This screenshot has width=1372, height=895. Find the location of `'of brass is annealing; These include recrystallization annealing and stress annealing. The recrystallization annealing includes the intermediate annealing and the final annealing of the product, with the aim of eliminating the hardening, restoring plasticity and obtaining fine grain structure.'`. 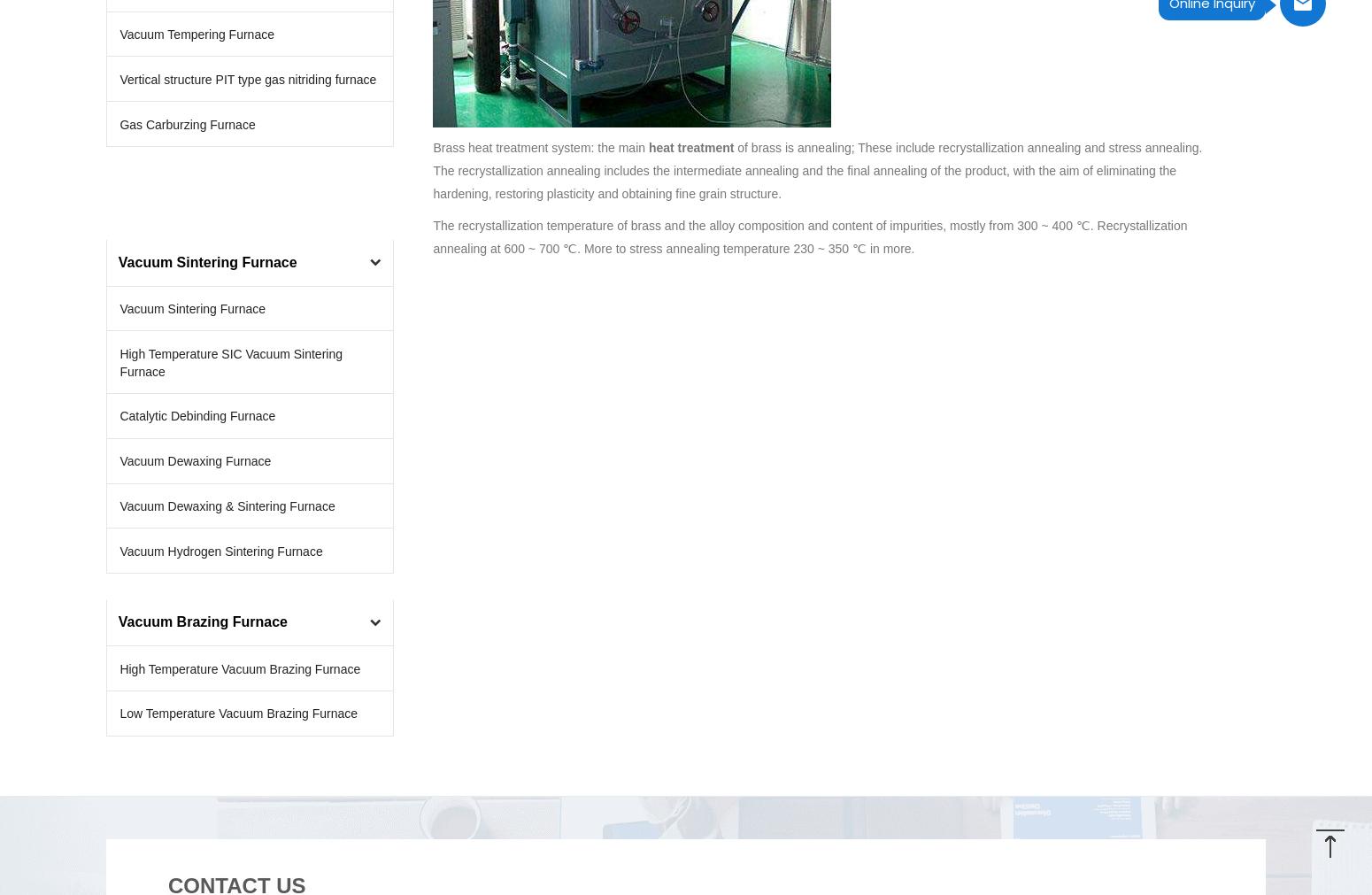

'of brass is annealing; These include recrystallization annealing and stress annealing. The recrystallization annealing includes the intermediate annealing and the final annealing of the product, with the aim of eliminating the hardening, restoring plasticity and obtaining fine grain structure.' is located at coordinates (817, 169).